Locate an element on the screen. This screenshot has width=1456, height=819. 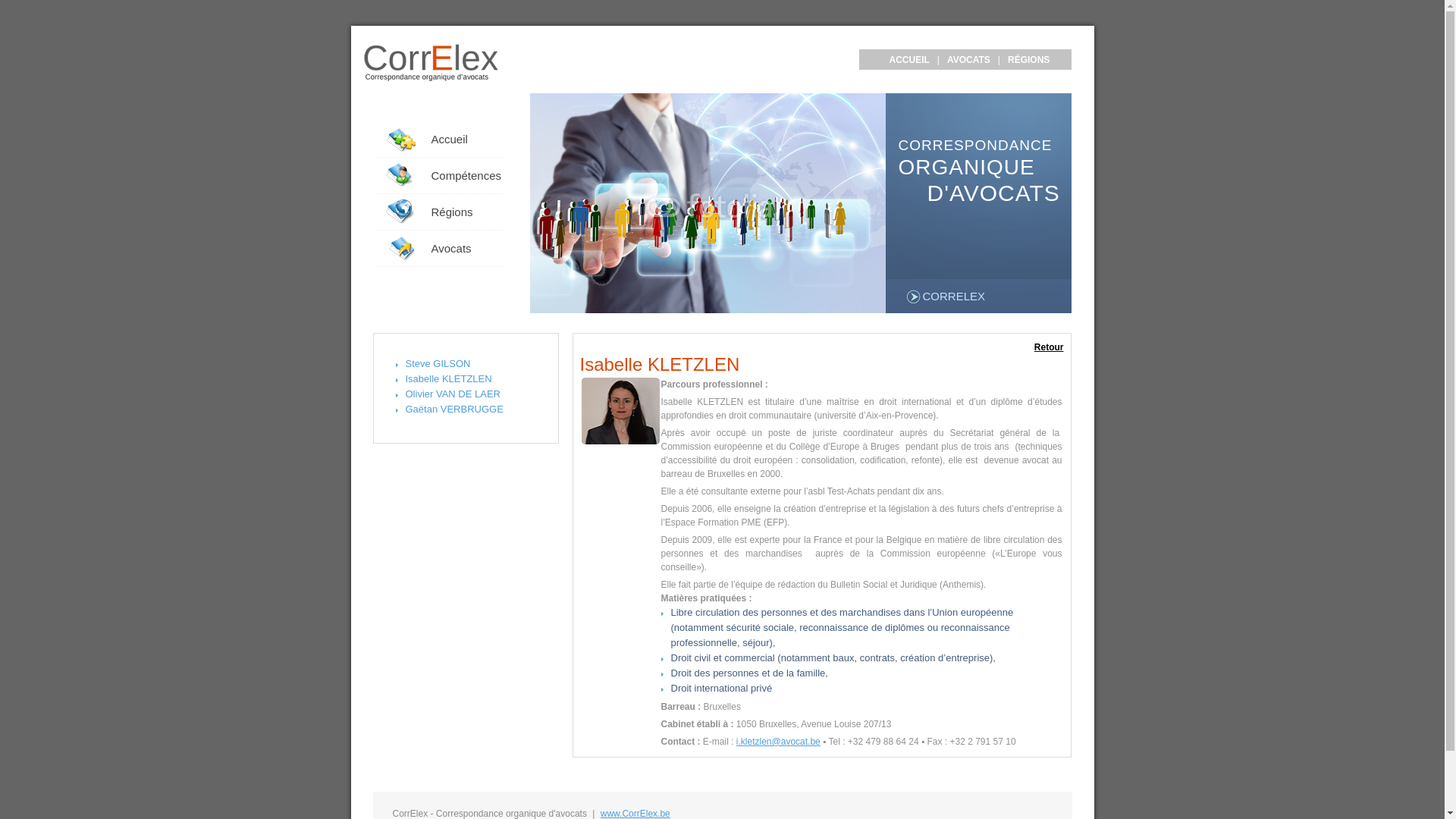
'Avocats' is located at coordinates (383, 247).